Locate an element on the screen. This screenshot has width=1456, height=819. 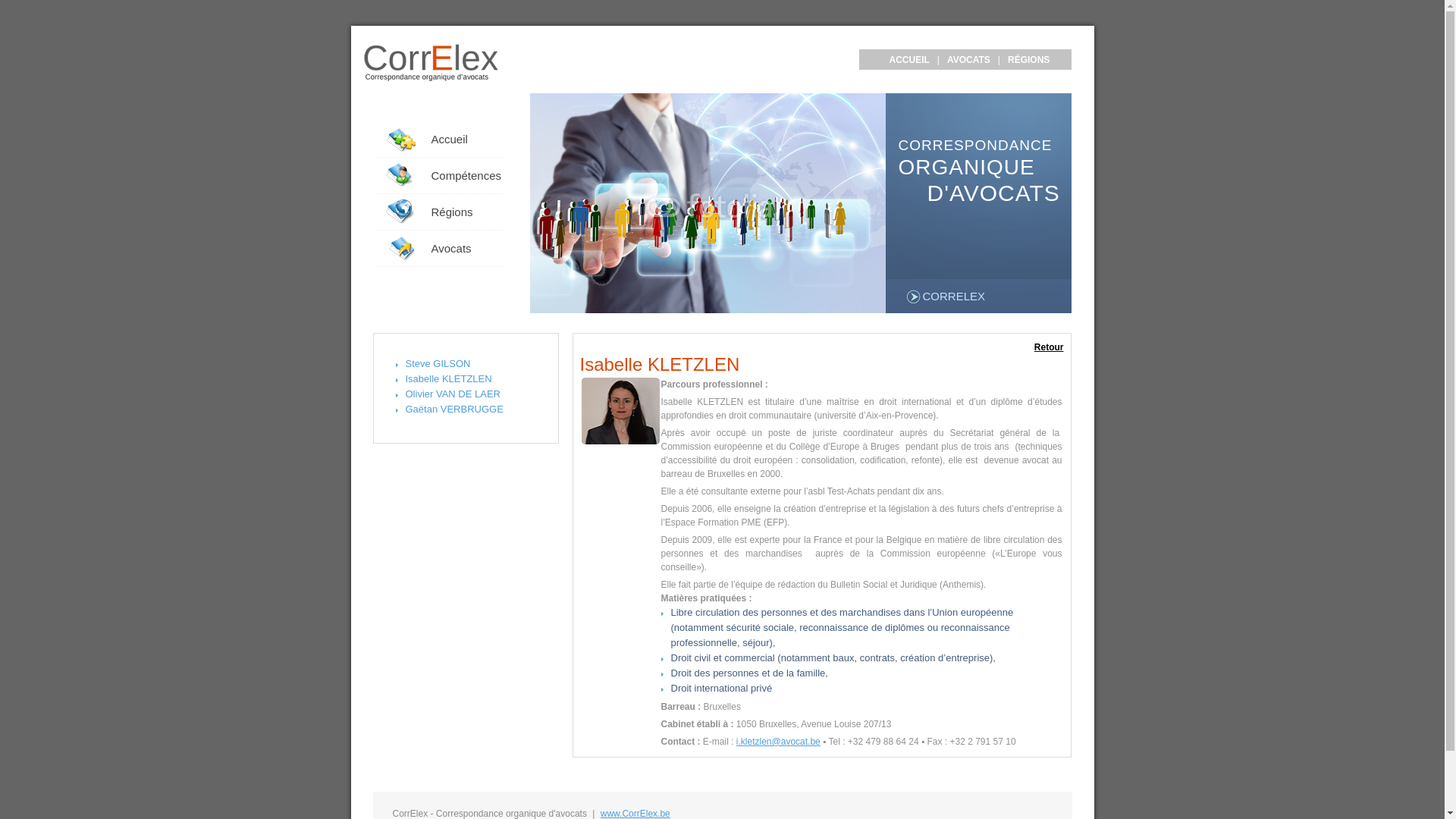
'Avocats' is located at coordinates (383, 247).